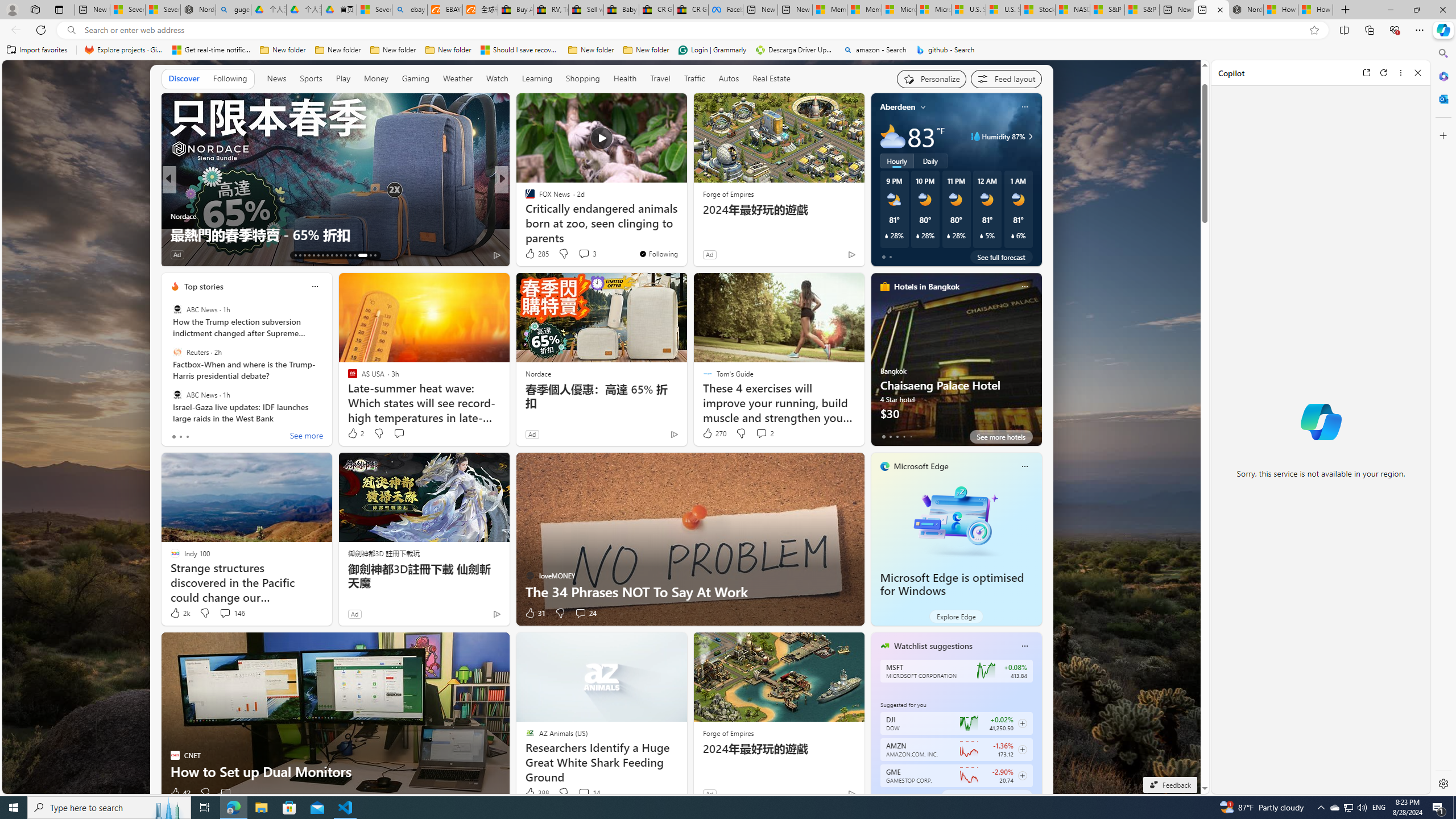 This screenshot has width=1456, height=819. What do you see at coordinates (585, 612) in the screenshot?
I see `'View comments 24 Comment'` at bounding box center [585, 612].